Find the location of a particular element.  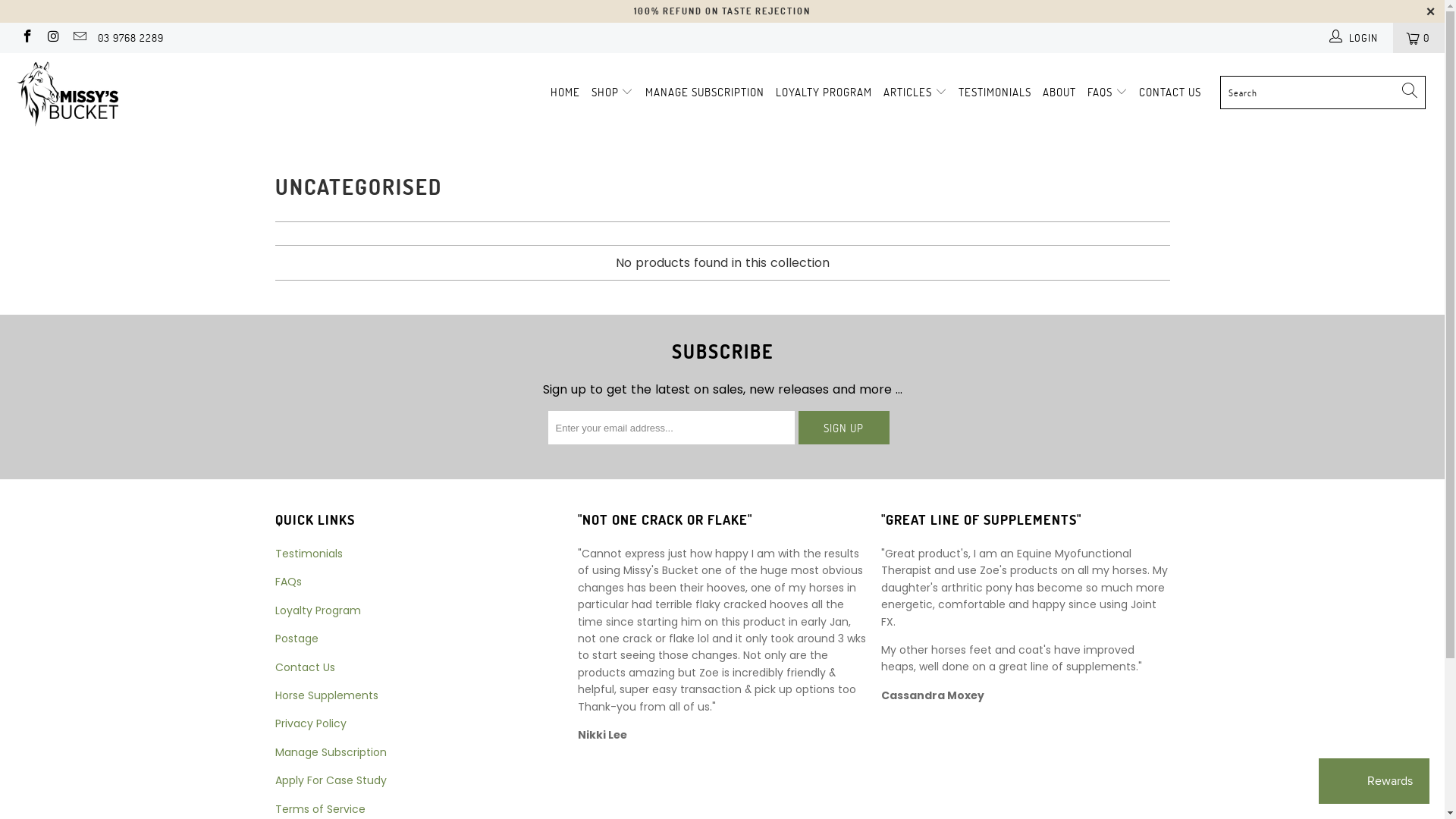

'FAQS' is located at coordinates (1107, 93).